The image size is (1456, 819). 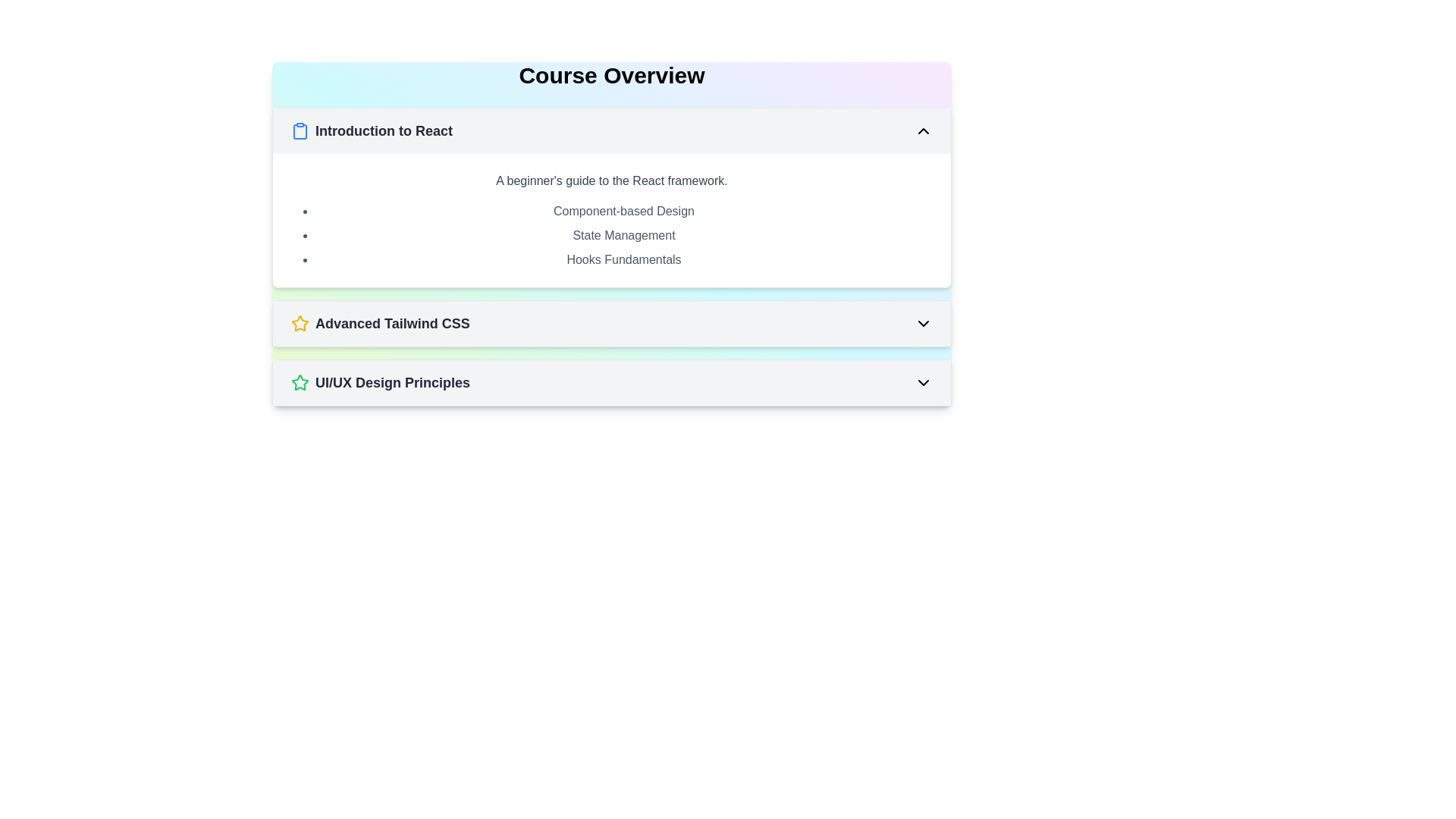 What do you see at coordinates (300, 381) in the screenshot?
I see `the star-shaped icon with a green outline located to the left of the text 'Advanced Tailwind CSS' in the second item of the list within the 'Course Overview' section` at bounding box center [300, 381].